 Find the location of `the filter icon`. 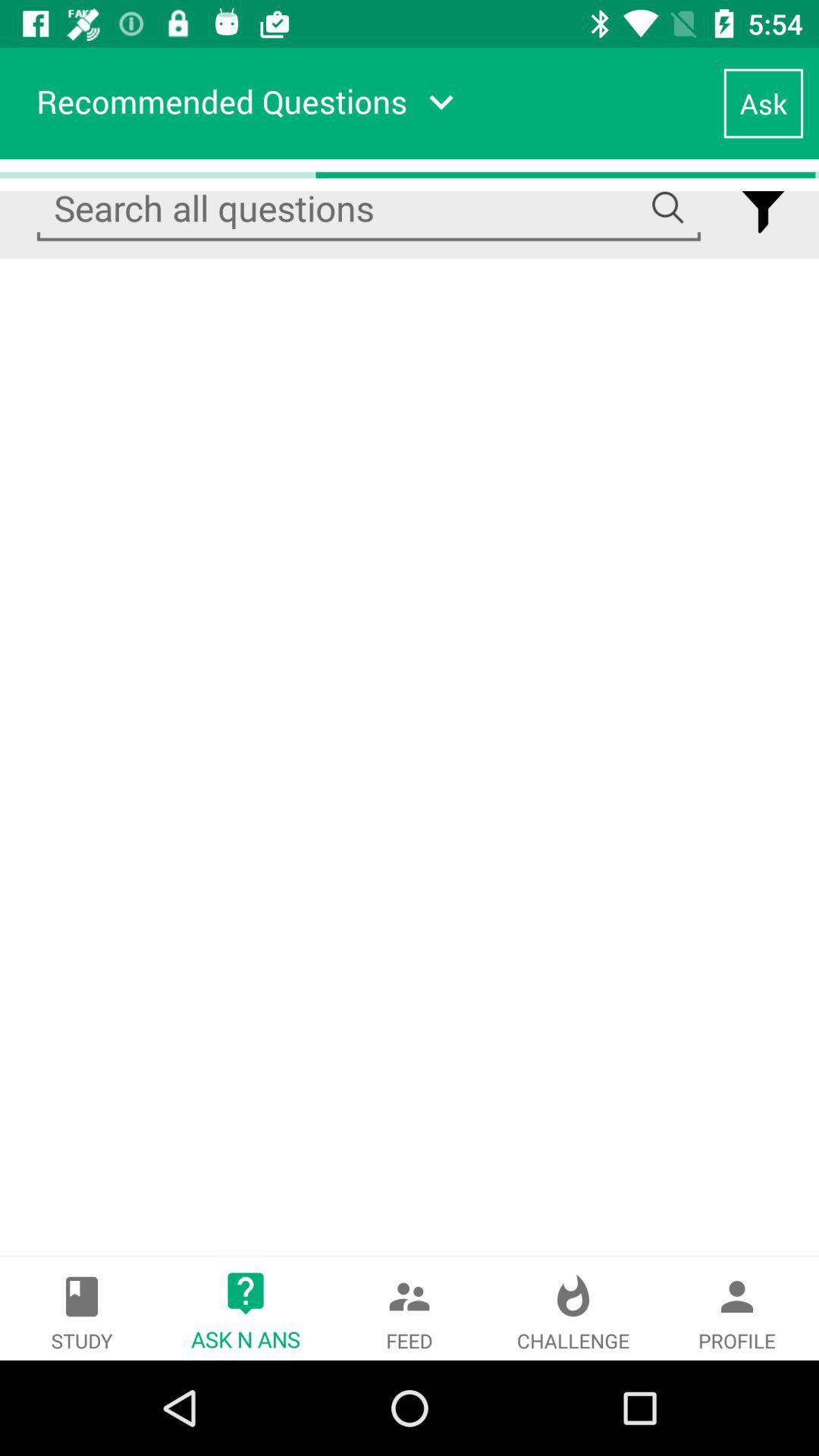

the filter icon is located at coordinates (763, 208).